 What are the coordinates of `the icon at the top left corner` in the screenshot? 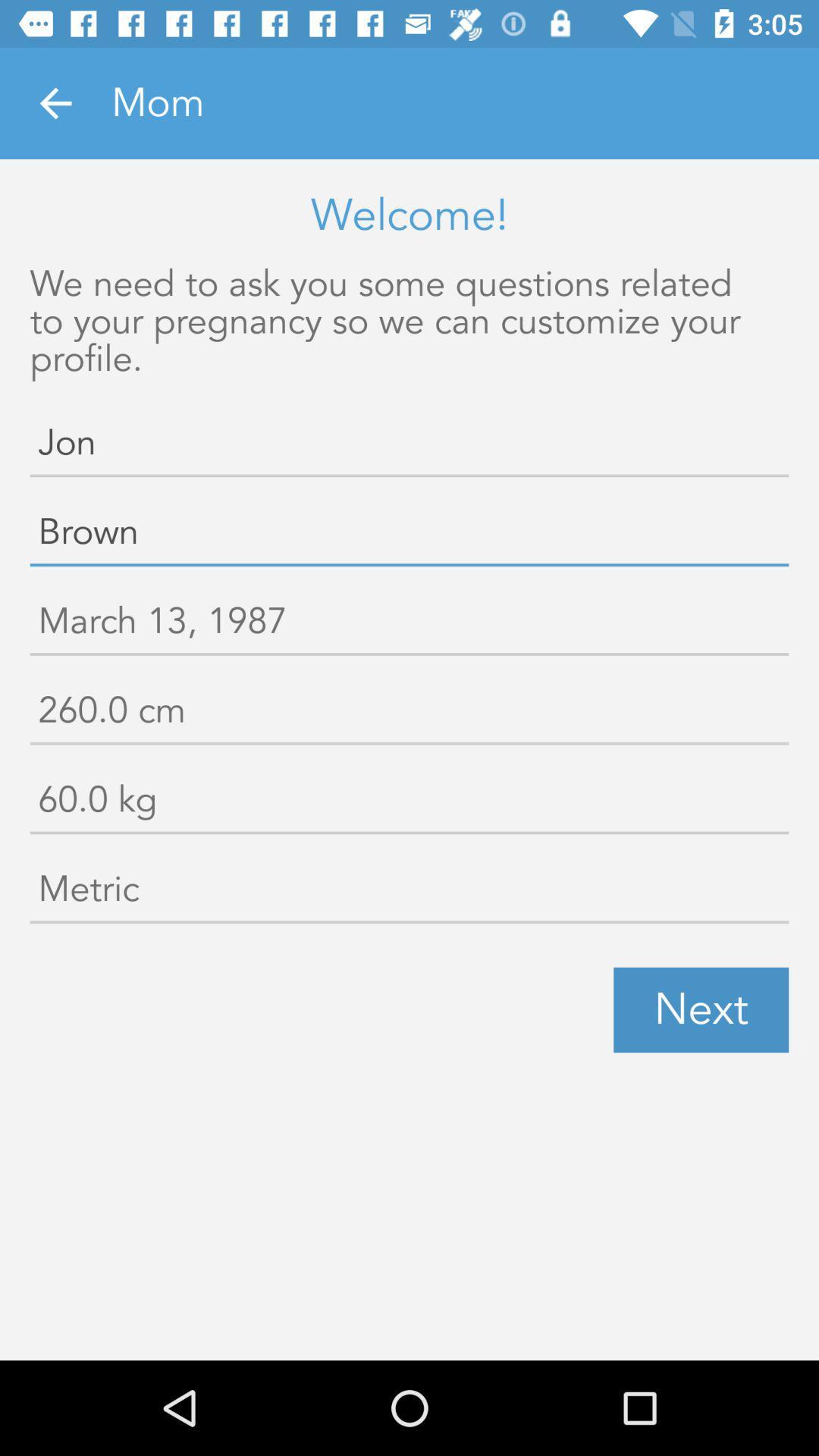 It's located at (55, 102).